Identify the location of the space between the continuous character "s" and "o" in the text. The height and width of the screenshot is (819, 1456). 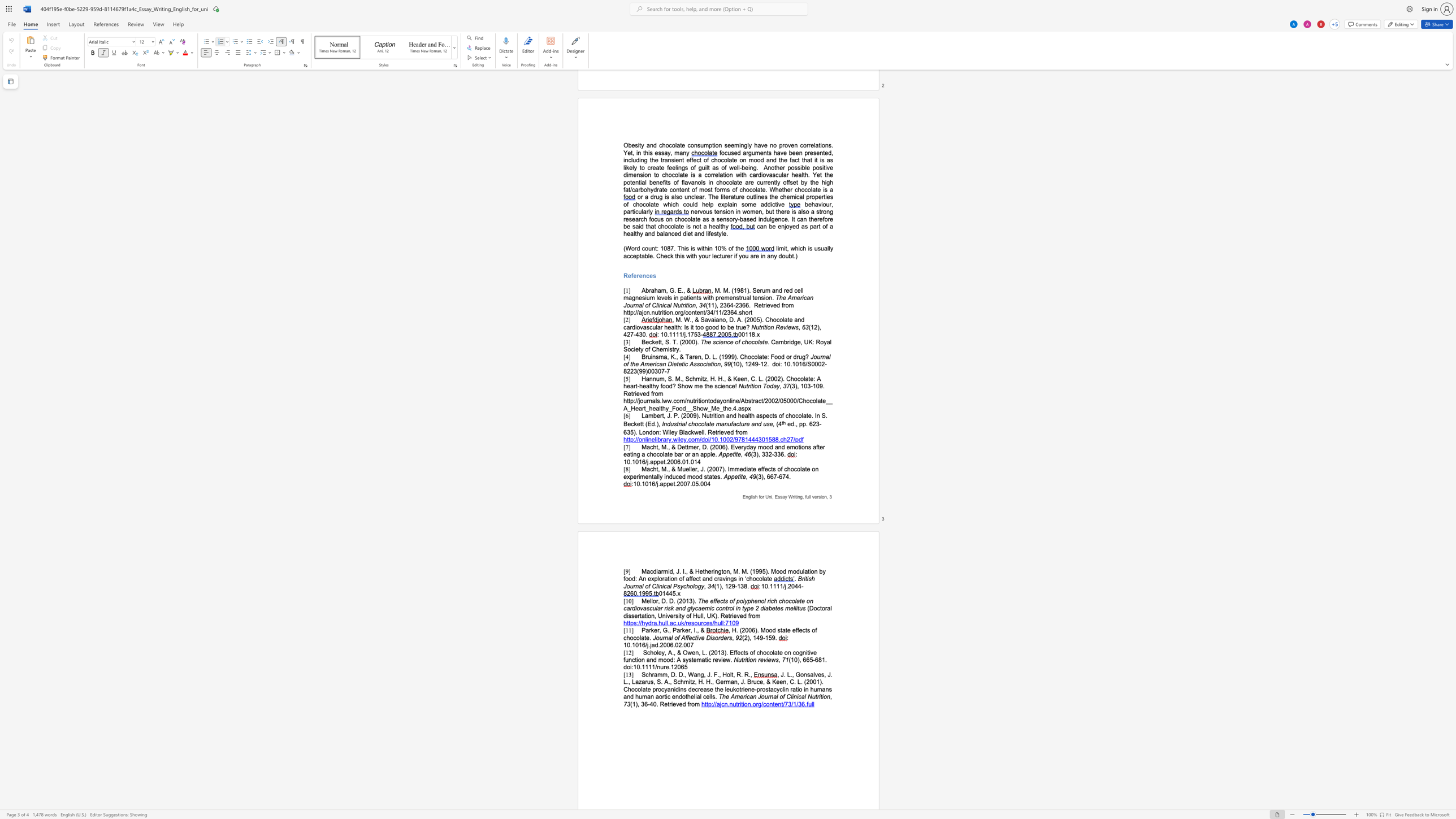
(714, 638).